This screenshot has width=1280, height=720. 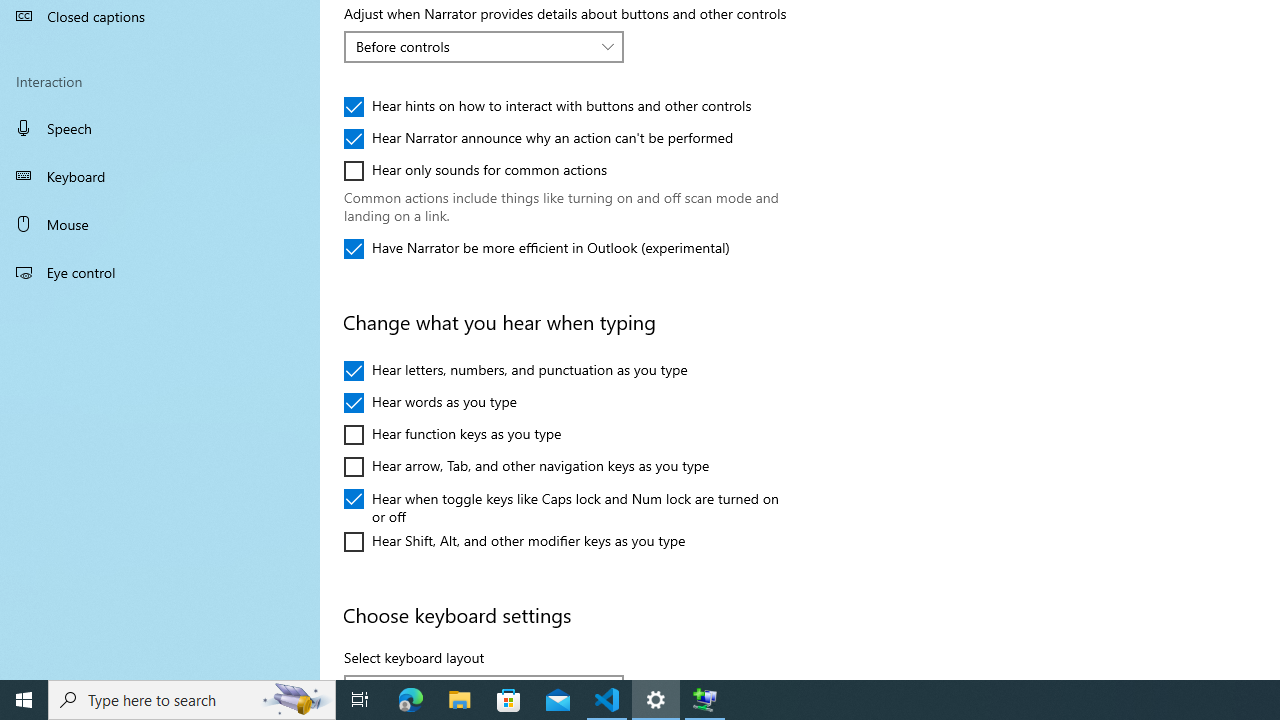 What do you see at coordinates (160, 271) in the screenshot?
I see `'Eye control'` at bounding box center [160, 271].